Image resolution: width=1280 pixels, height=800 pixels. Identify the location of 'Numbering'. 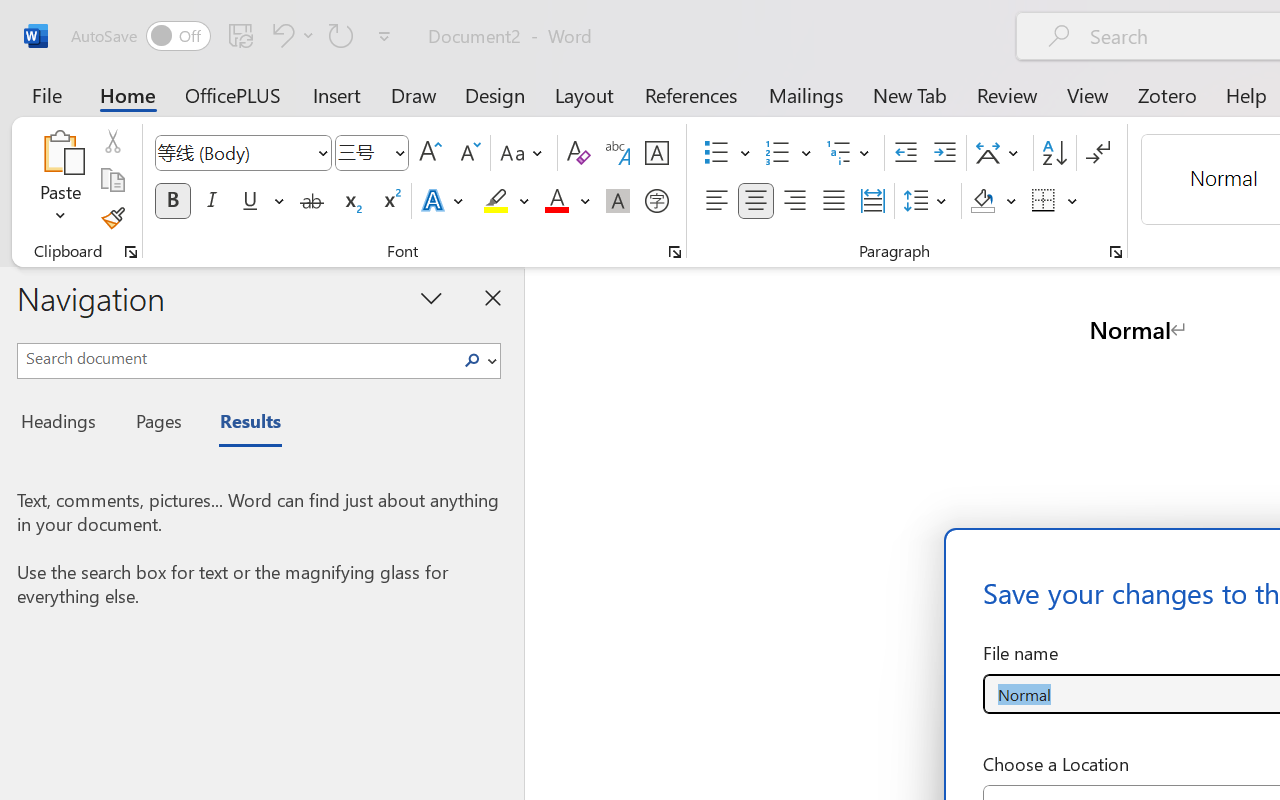
(777, 153).